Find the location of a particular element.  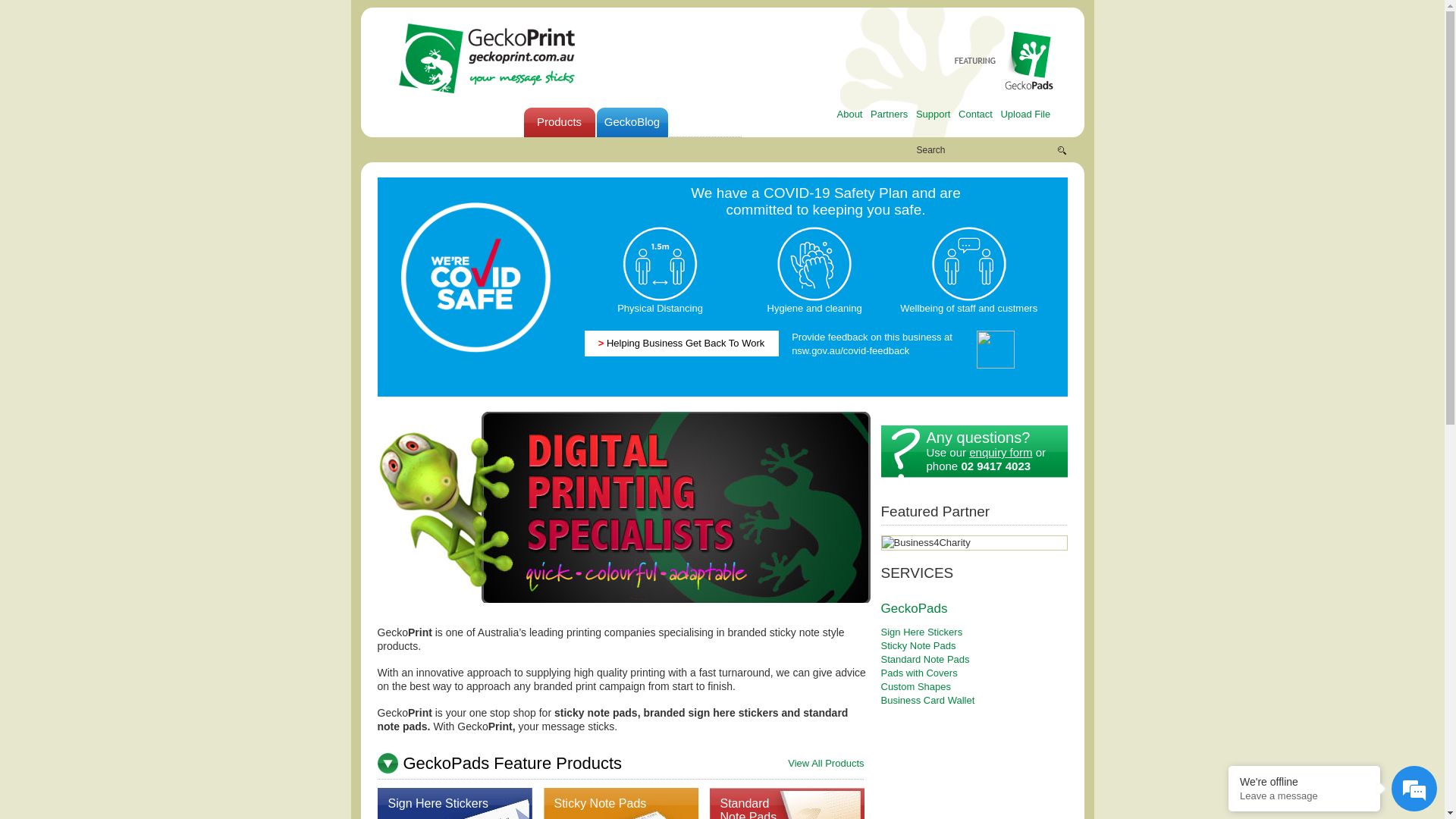

'Pads with Covers' is located at coordinates (880, 672).